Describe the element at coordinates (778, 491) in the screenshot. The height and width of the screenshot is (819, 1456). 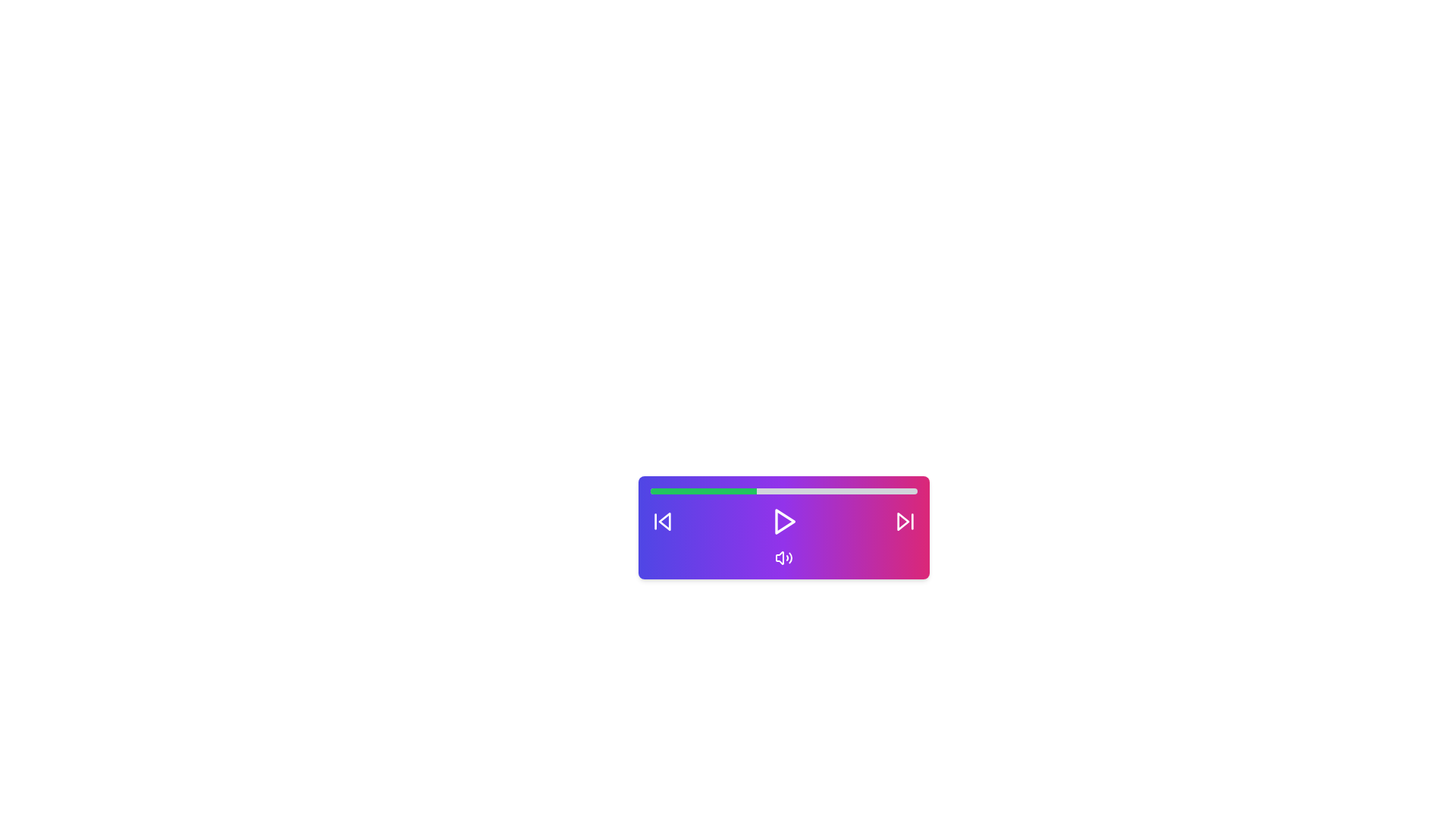
I see `the volume to 48 percent` at that location.